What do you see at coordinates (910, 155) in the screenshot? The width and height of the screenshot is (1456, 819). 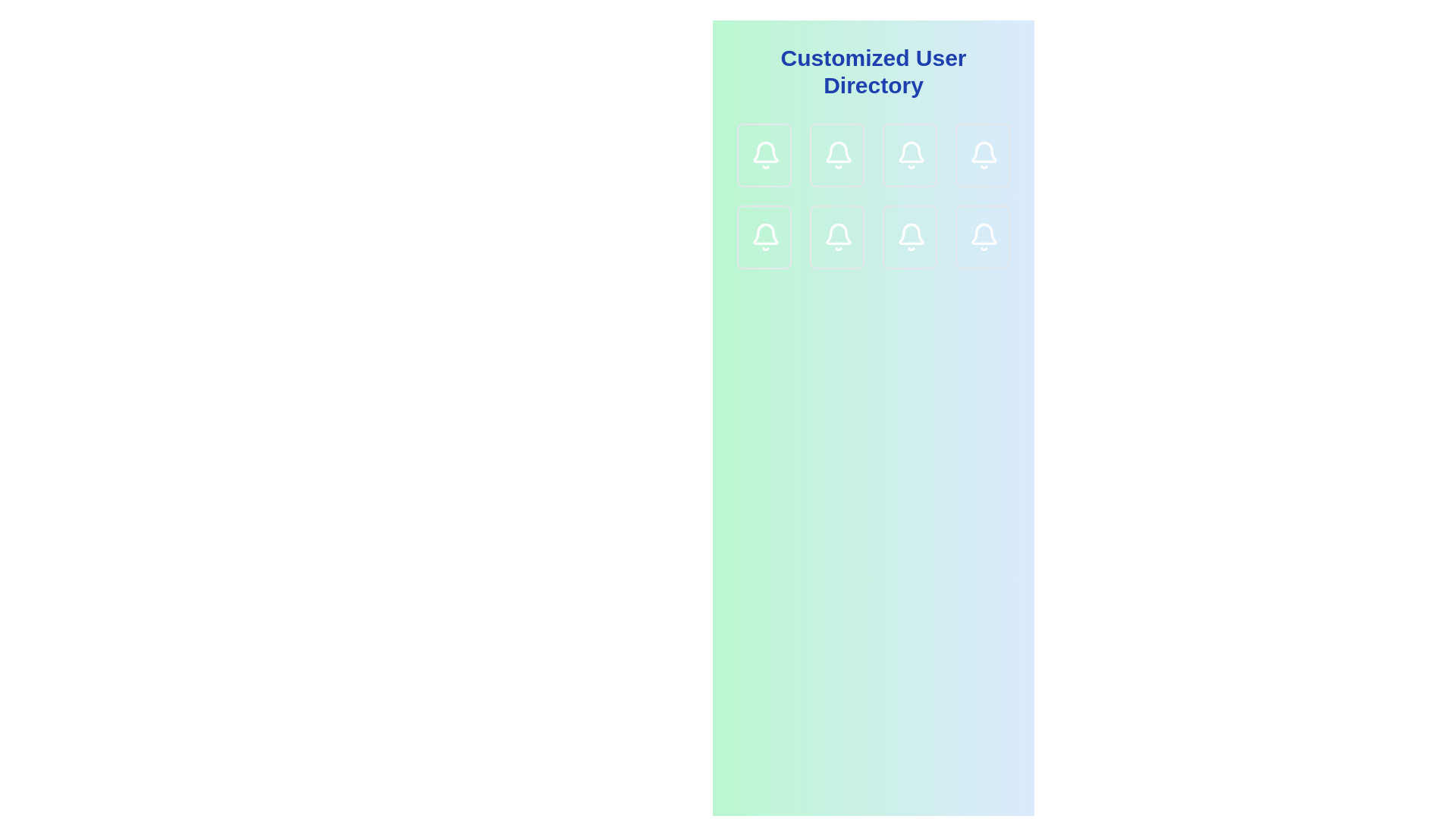 I see `the second bell icon in the top row of a 3x3 grid` at bounding box center [910, 155].